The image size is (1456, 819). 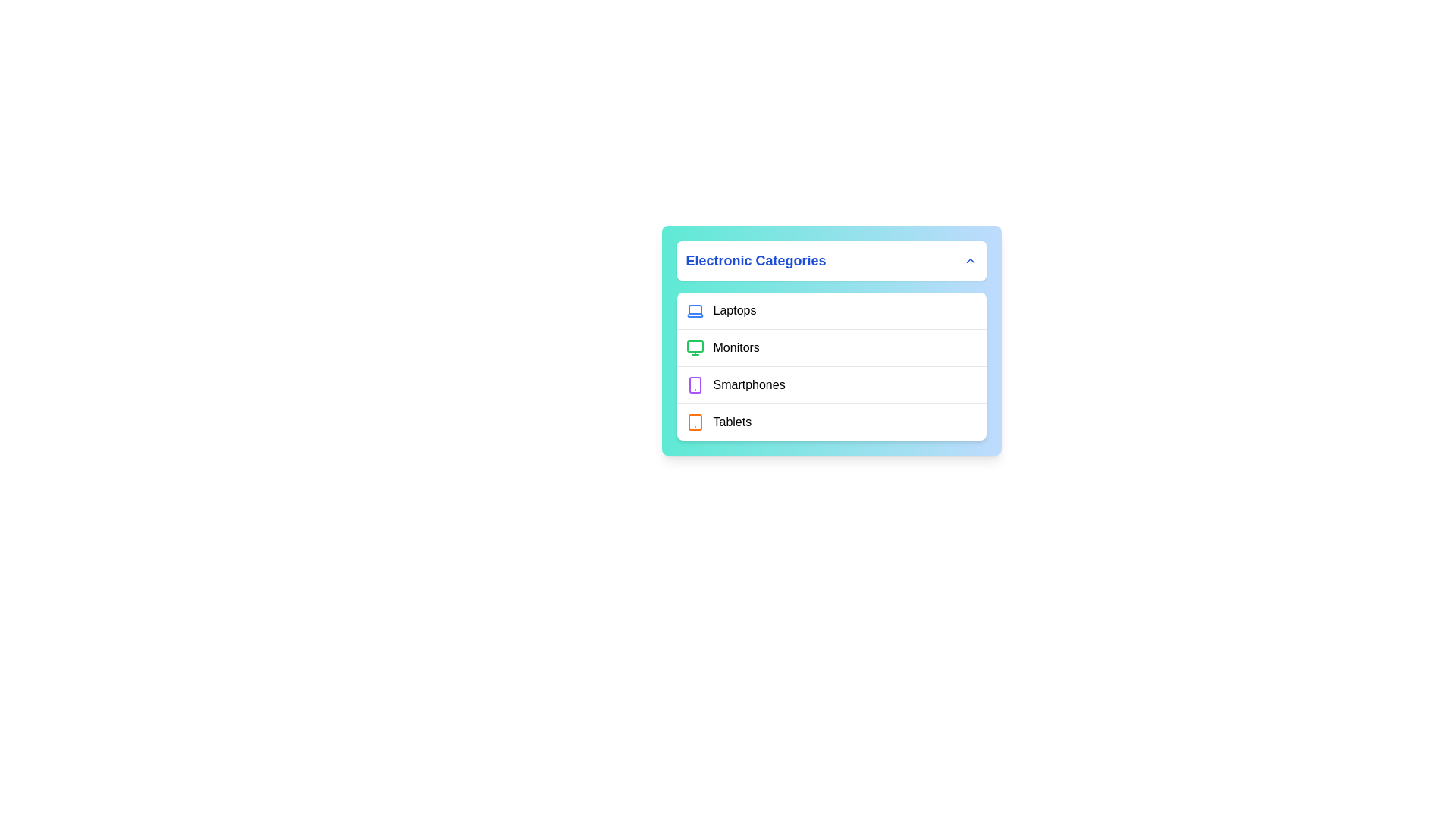 What do you see at coordinates (830, 384) in the screenshot?
I see `the 'Smartphones' category list item in the dropdown menu labeled 'Electronic Categories', which is the third option in the list` at bounding box center [830, 384].